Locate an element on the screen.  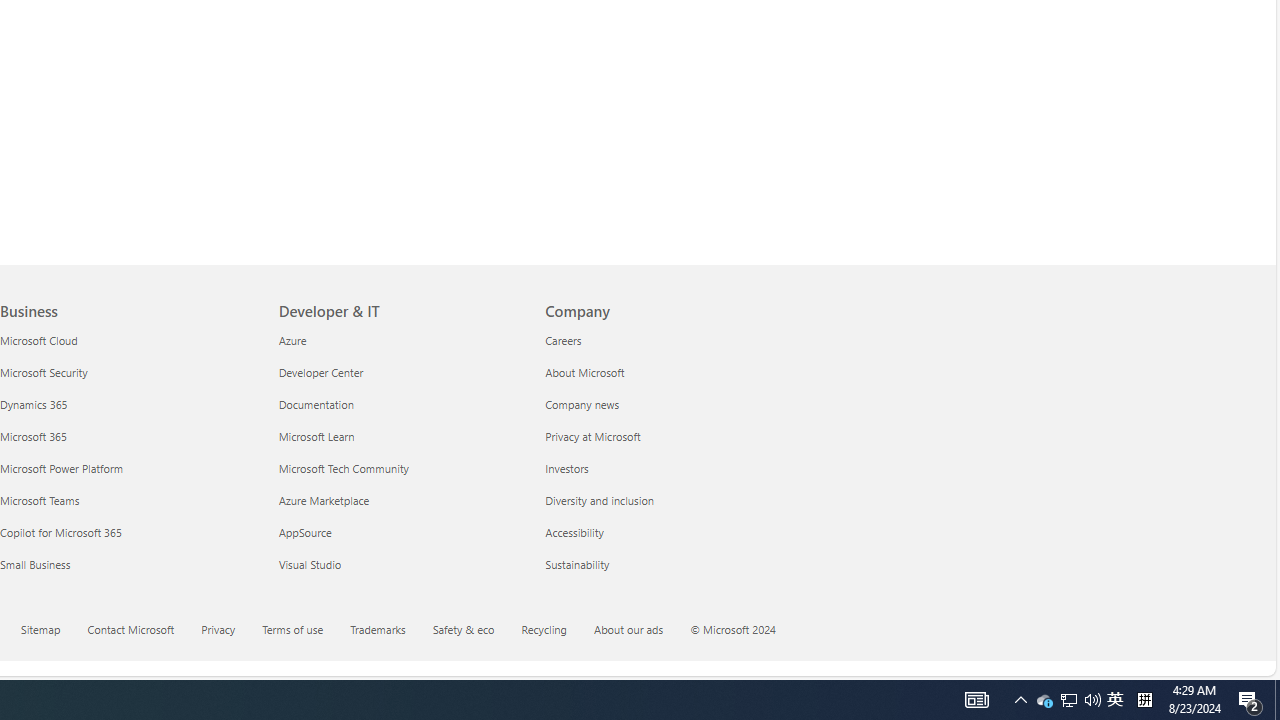
'Microsoft Tech Community' is located at coordinates (400, 468).